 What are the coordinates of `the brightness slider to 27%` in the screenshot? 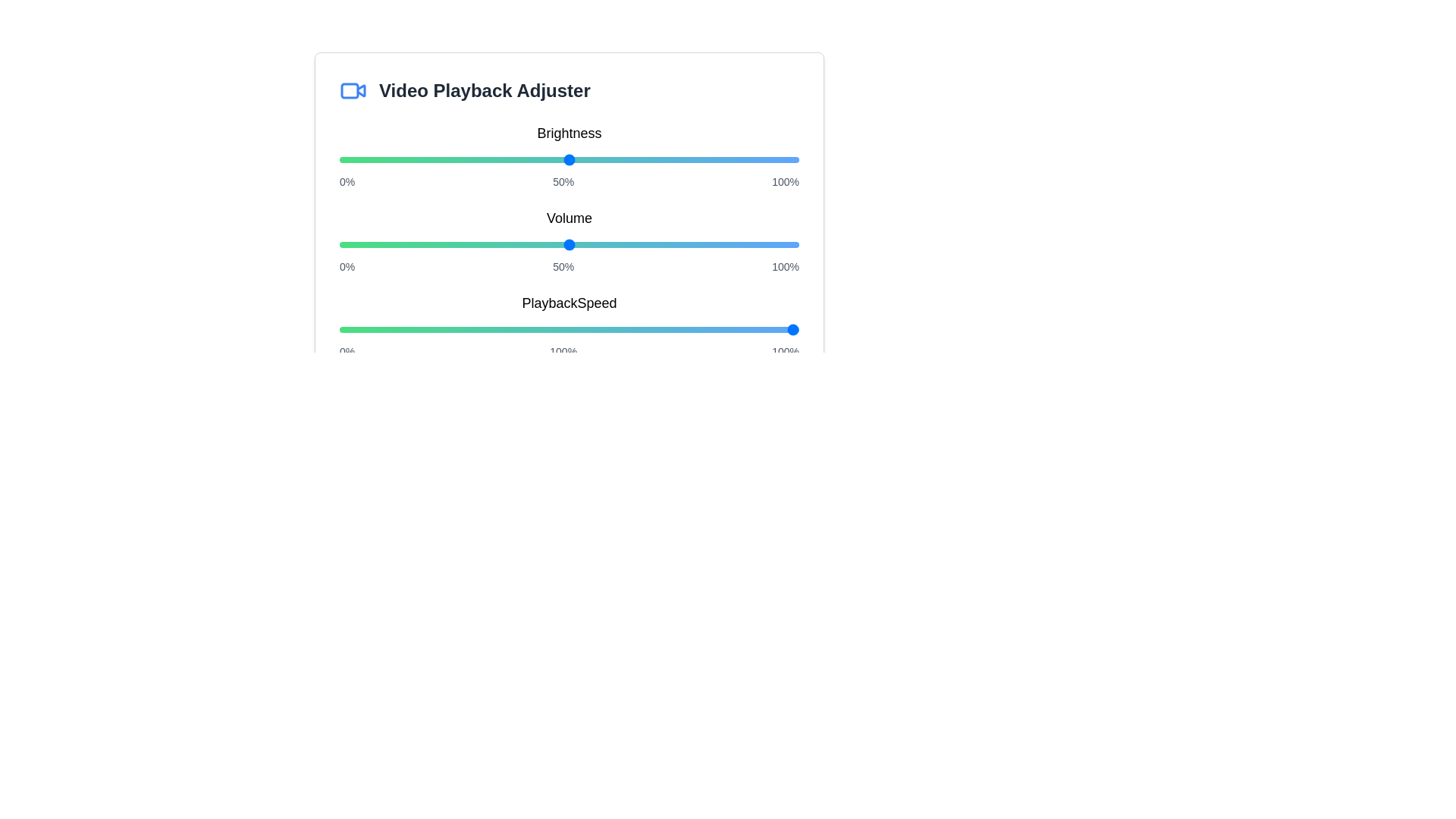 It's located at (463, 160).